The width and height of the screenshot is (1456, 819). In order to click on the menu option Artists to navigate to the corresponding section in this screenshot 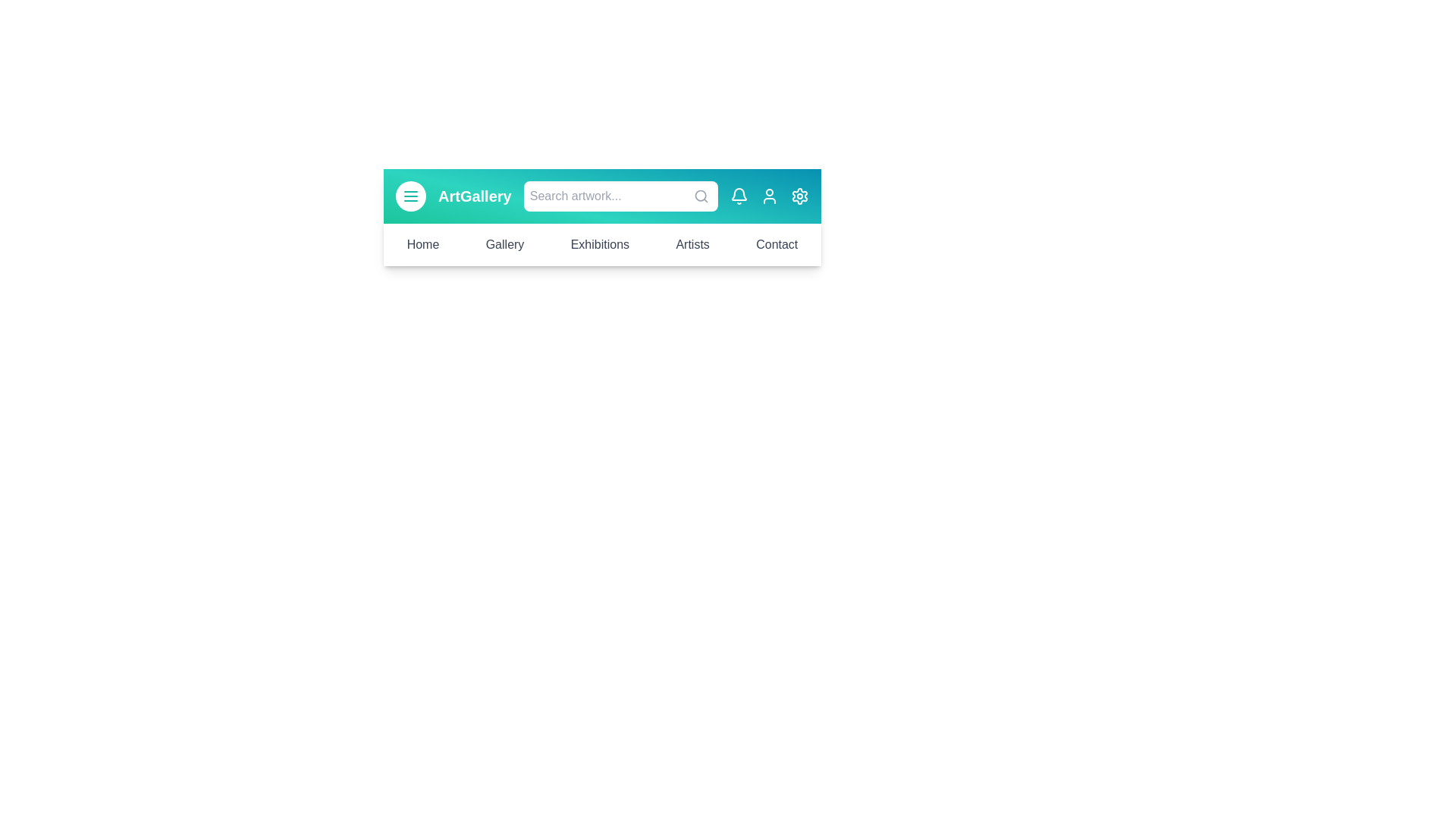, I will do `click(691, 244)`.